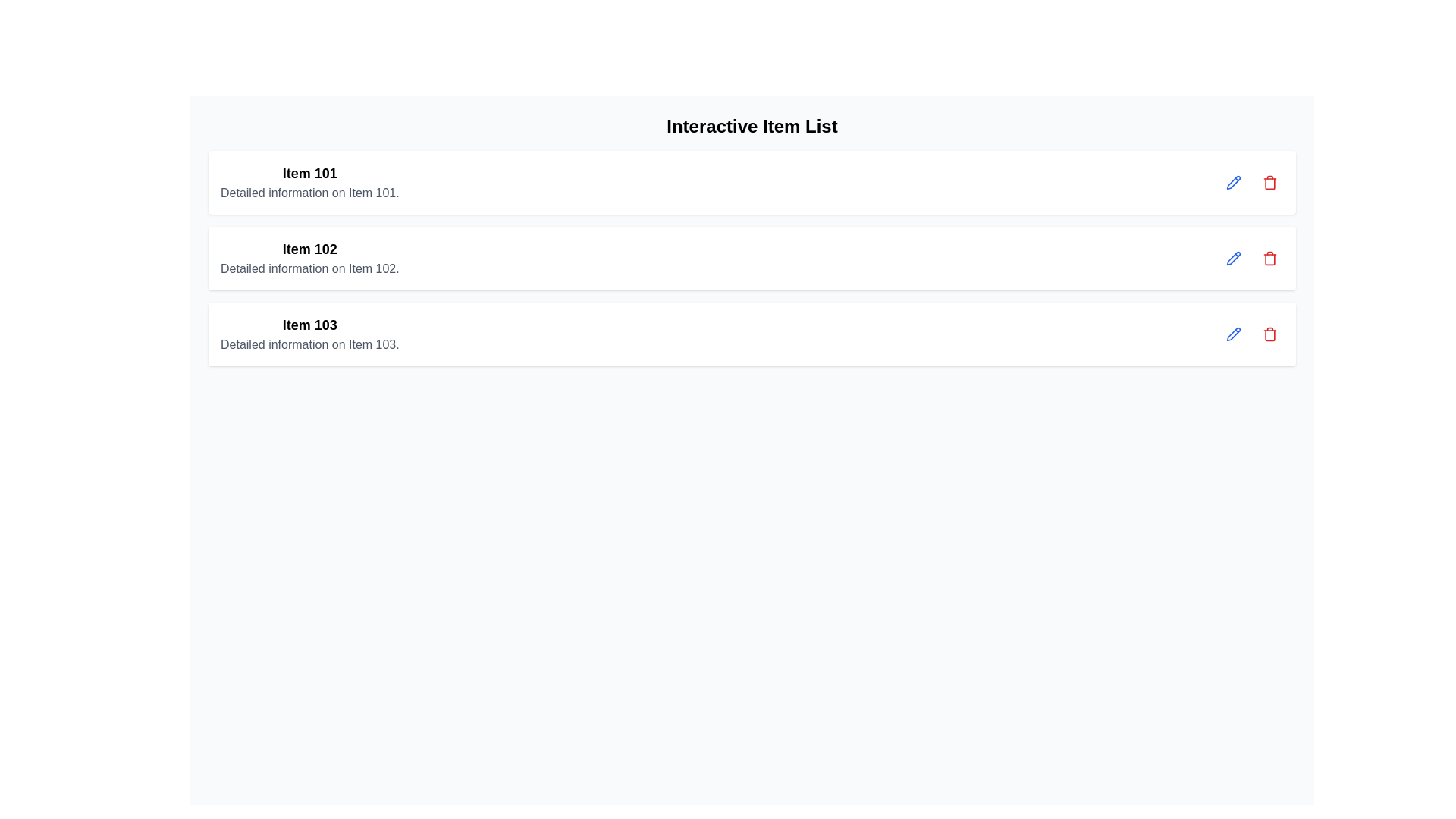 The height and width of the screenshot is (819, 1456). What do you see at coordinates (1234, 257) in the screenshot?
I see `the pencil icon located in the second row of the list next to the item labeled 'Item 102'` at bounding box center [1234, 257].